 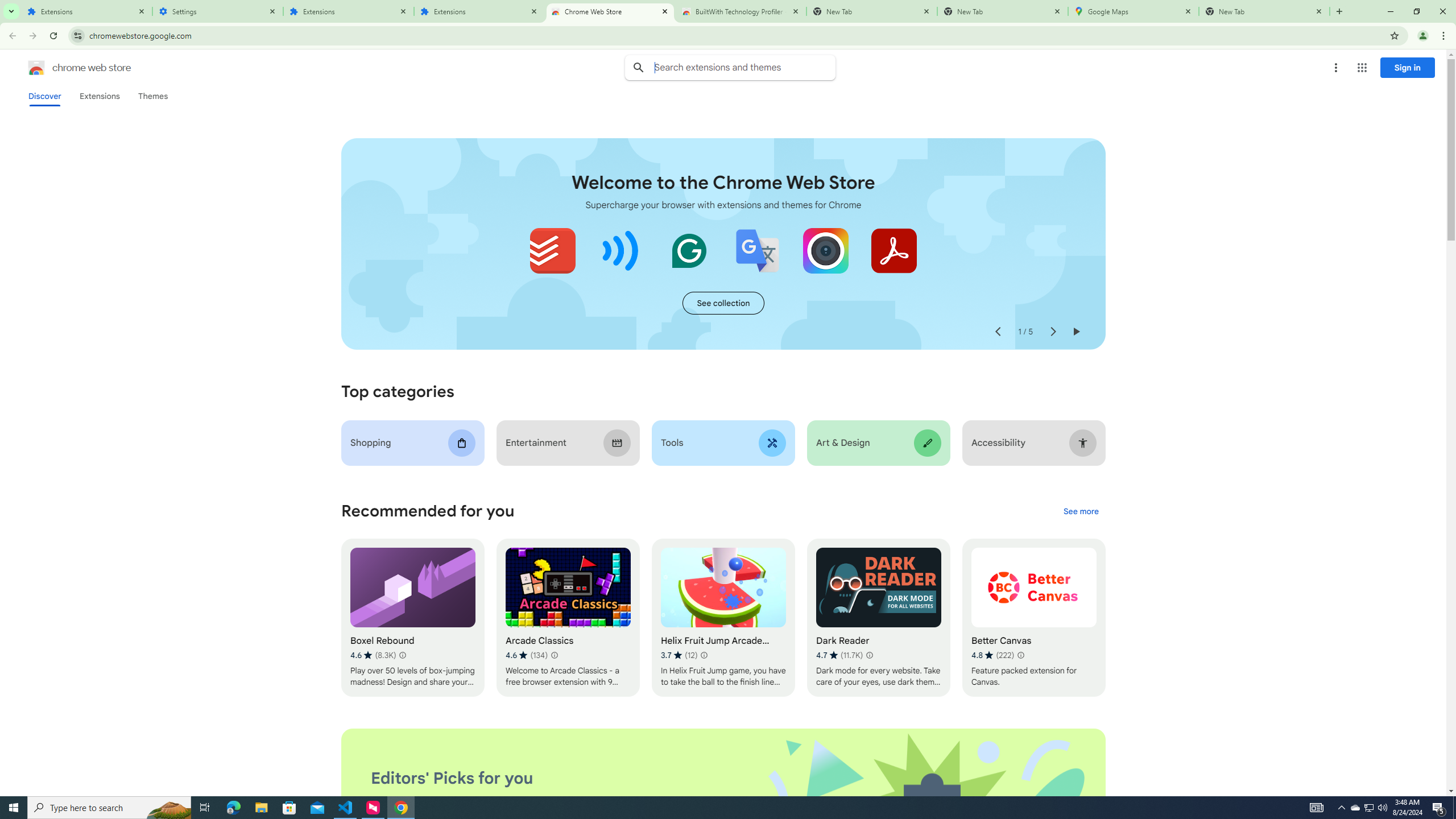 I want to click on 'Discover', so click(x=44, y=96).